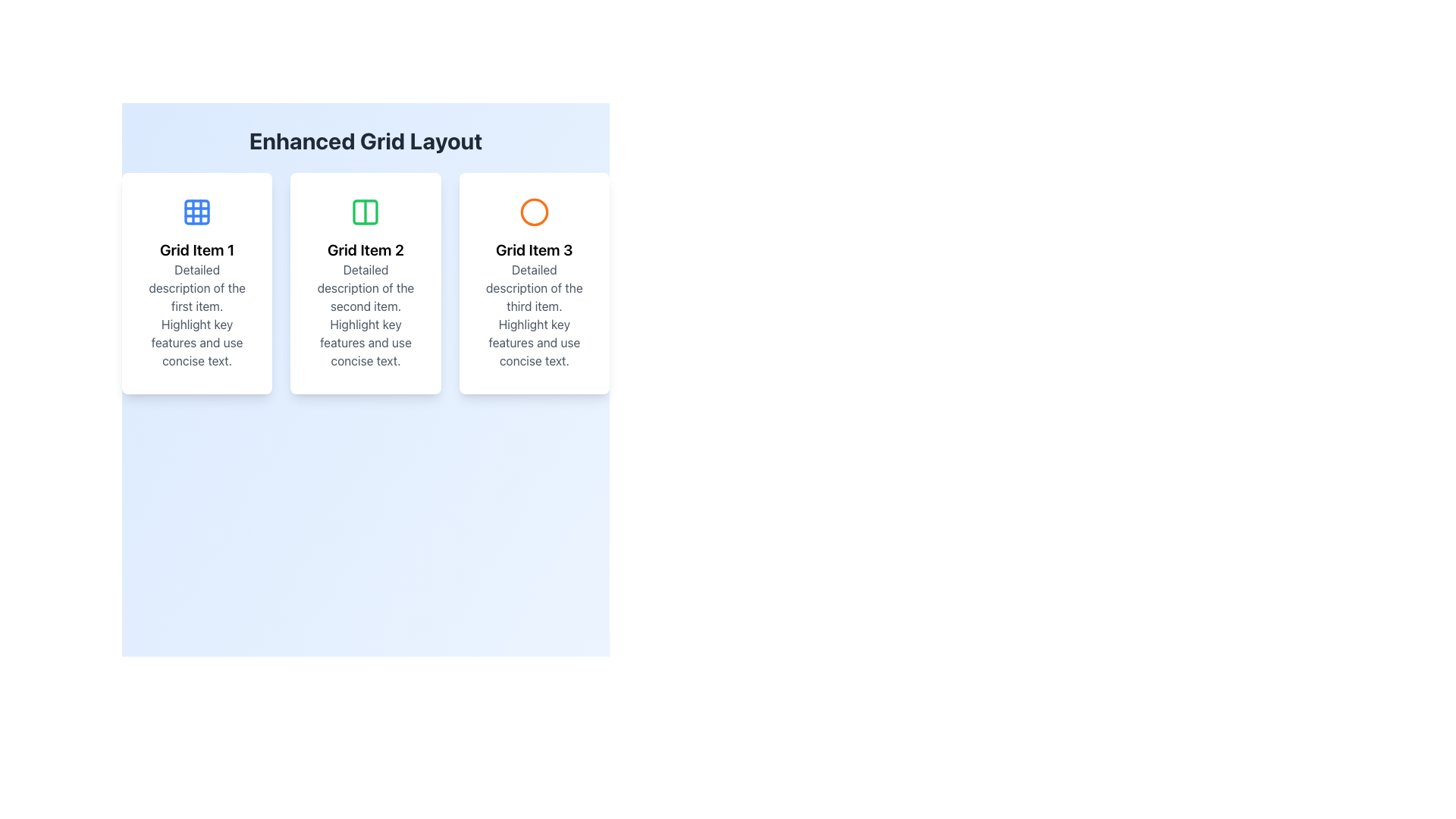 Image resolution: width=1456 pixels, height=819 pixels. I want to click on the Icon located at the topmost position within the 'Grid Item 2' section, which visually represents a category or type, so click(366, 212).